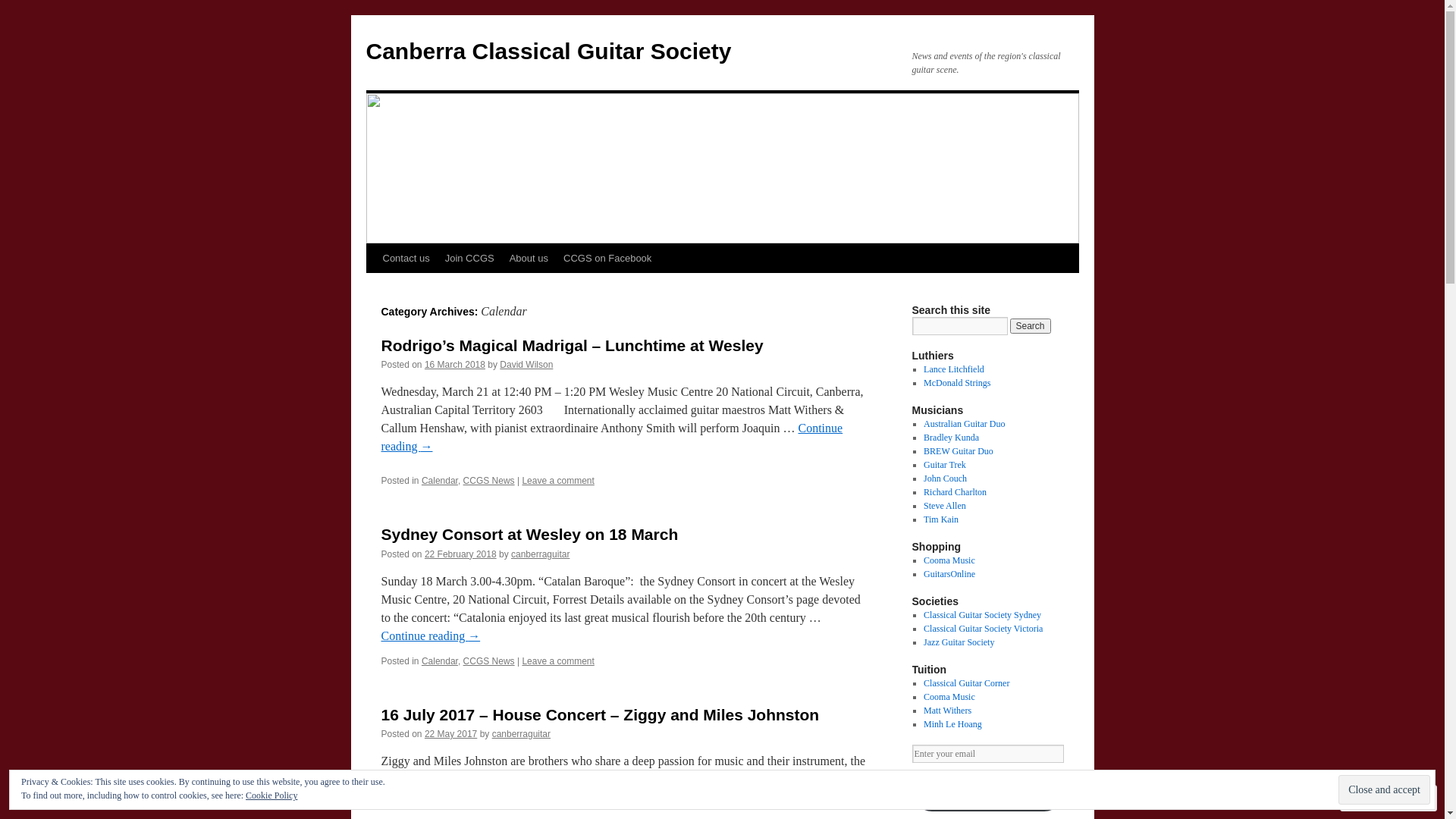 This screenshot has height=819, width=1456. I want to click on 'Richard Charlton', so click(923, 491).